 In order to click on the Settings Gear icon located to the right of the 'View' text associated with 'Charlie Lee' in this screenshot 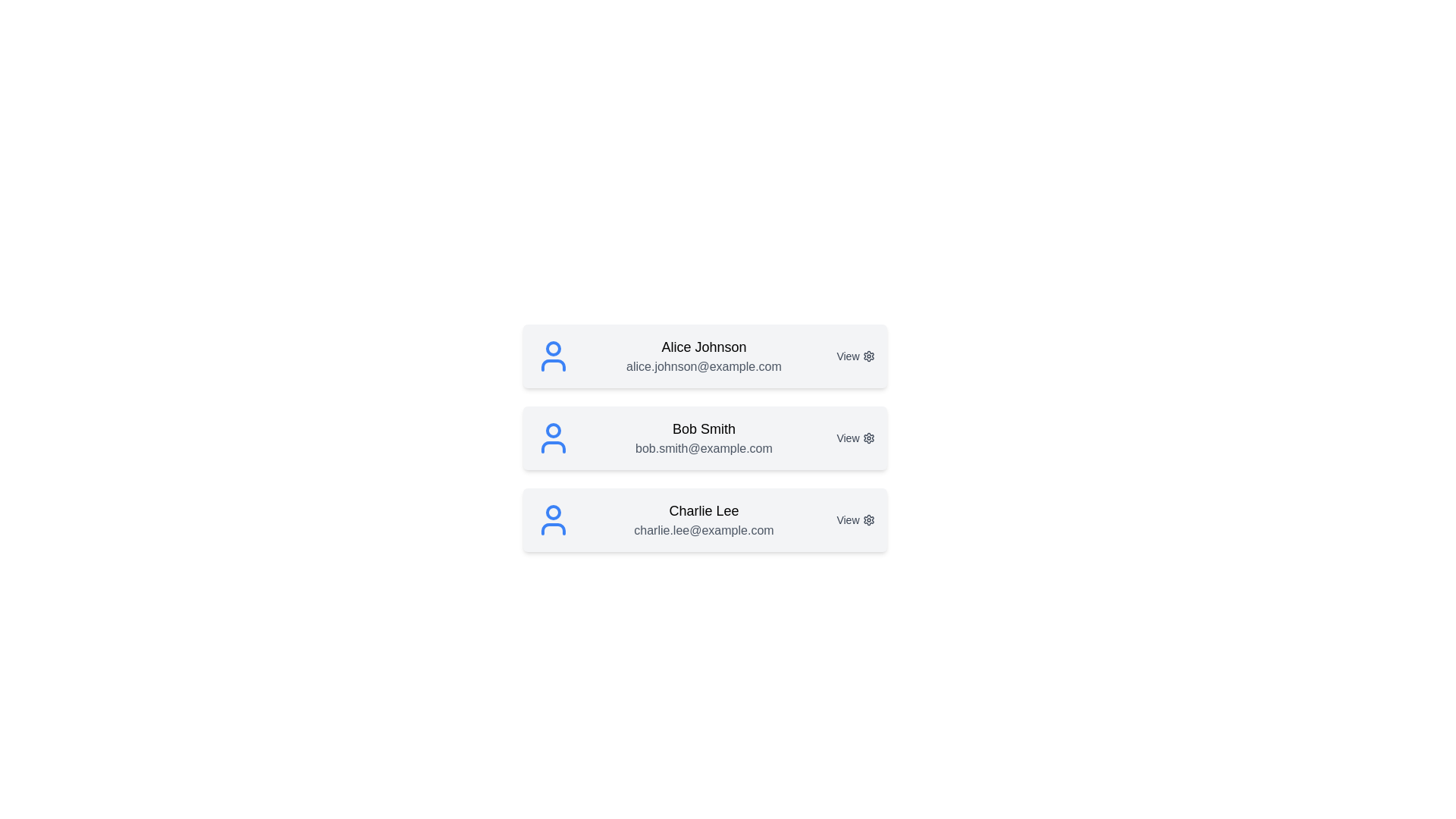, I will do `click(868, 519)`.